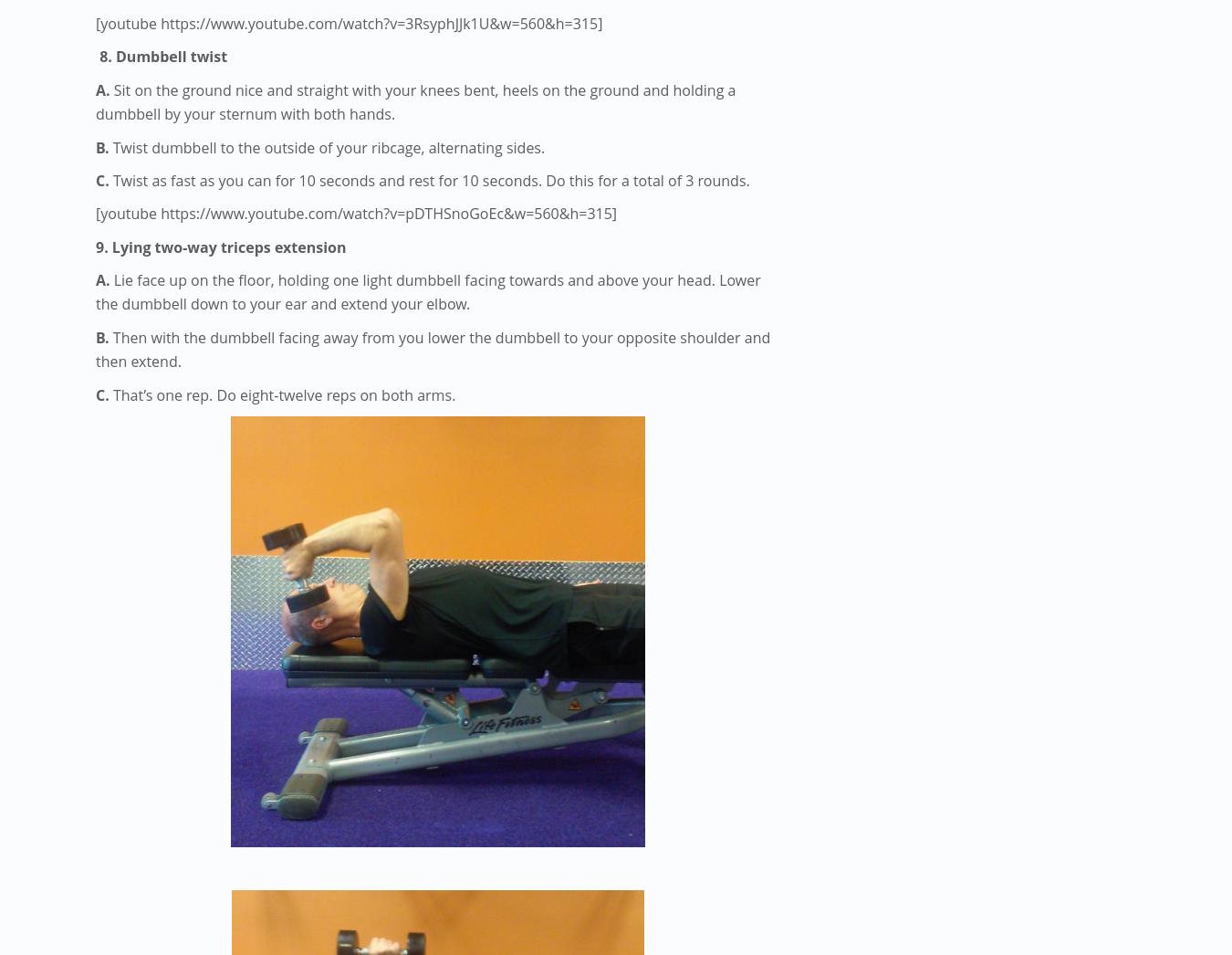  I want to click on '8.', so click(105, 57).